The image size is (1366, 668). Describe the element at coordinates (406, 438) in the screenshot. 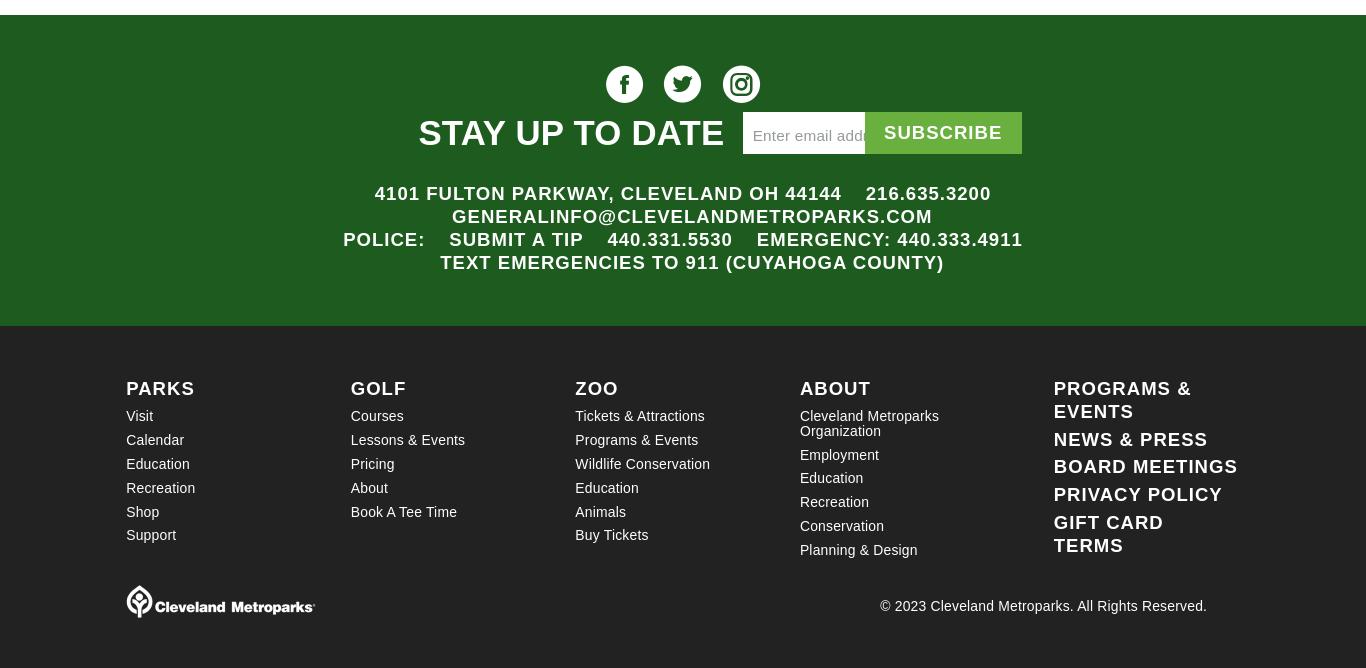

I see `'Lessons & Events'` at that location.